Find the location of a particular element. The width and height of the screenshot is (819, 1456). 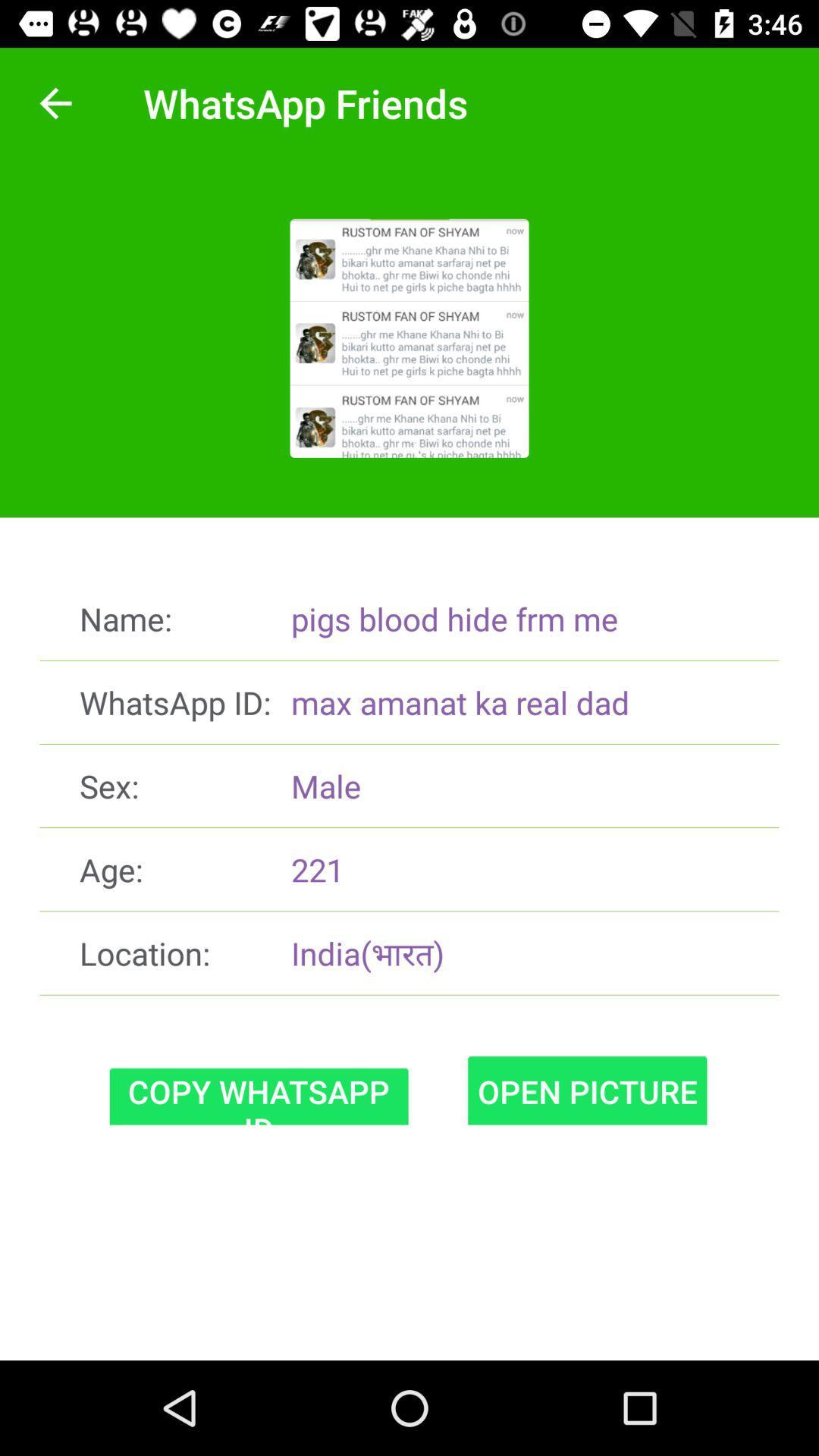

the item at the top left corner is located at coordinates (55, 102).